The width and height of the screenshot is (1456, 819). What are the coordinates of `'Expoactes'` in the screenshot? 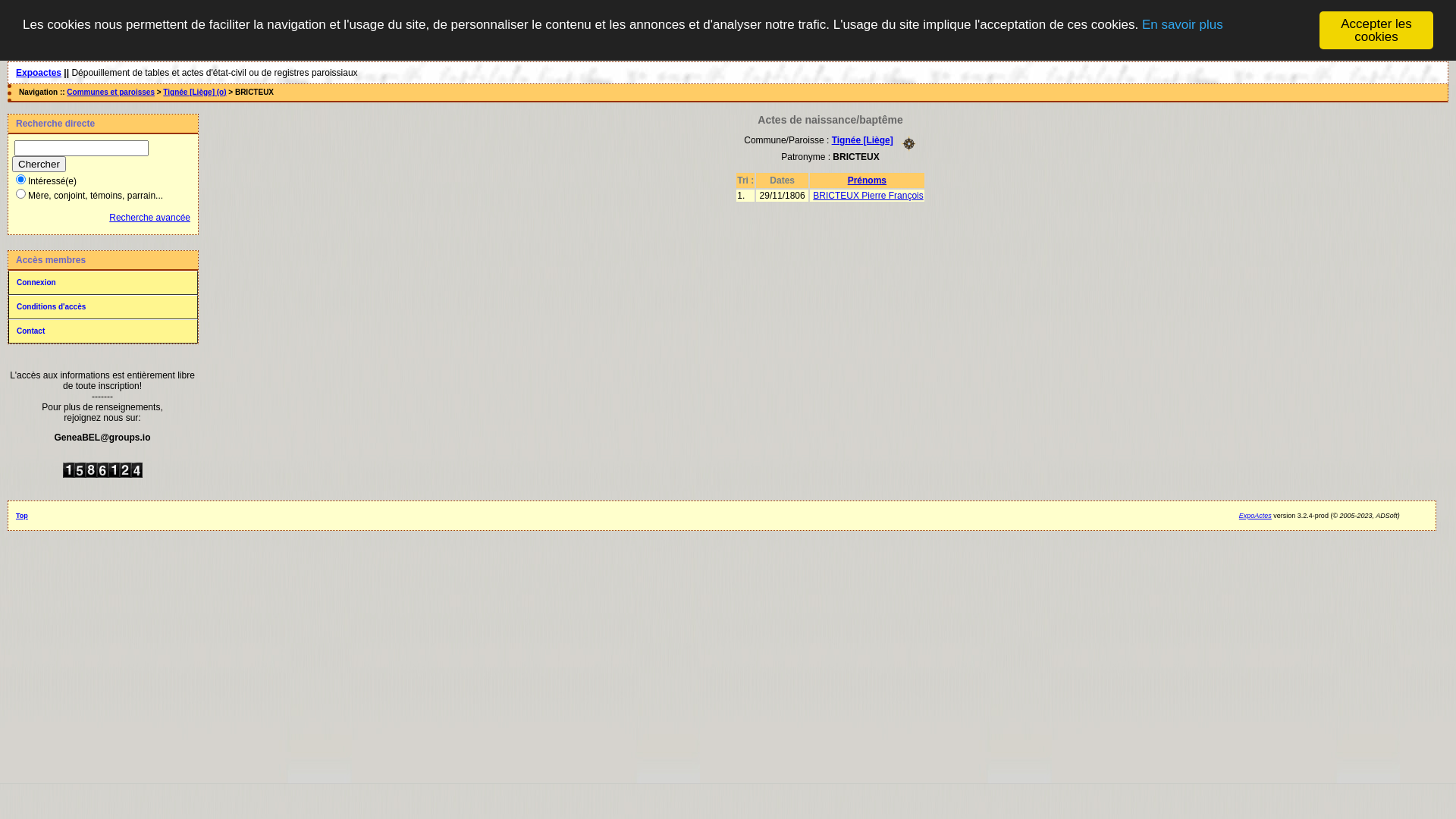 It's located at (39, 73).